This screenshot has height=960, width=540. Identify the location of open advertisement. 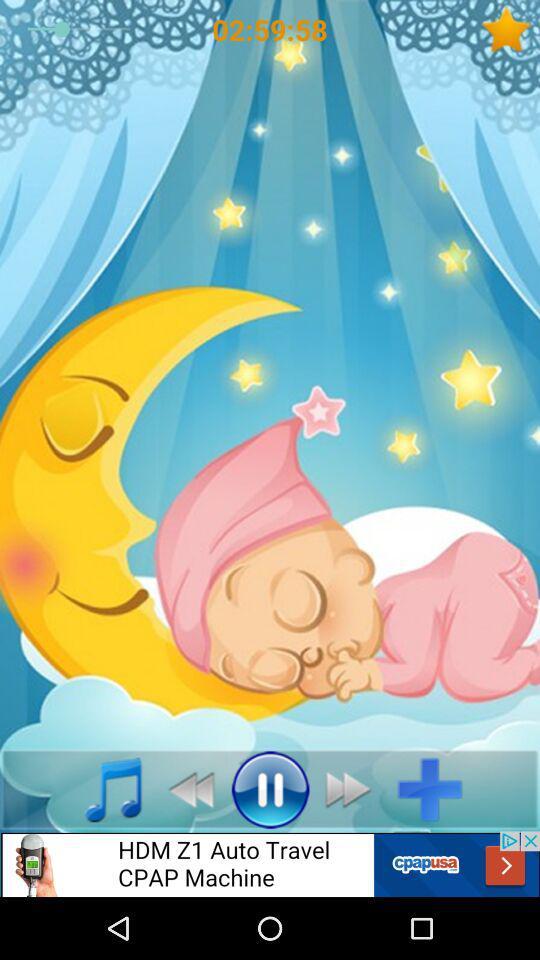
(270, 863).